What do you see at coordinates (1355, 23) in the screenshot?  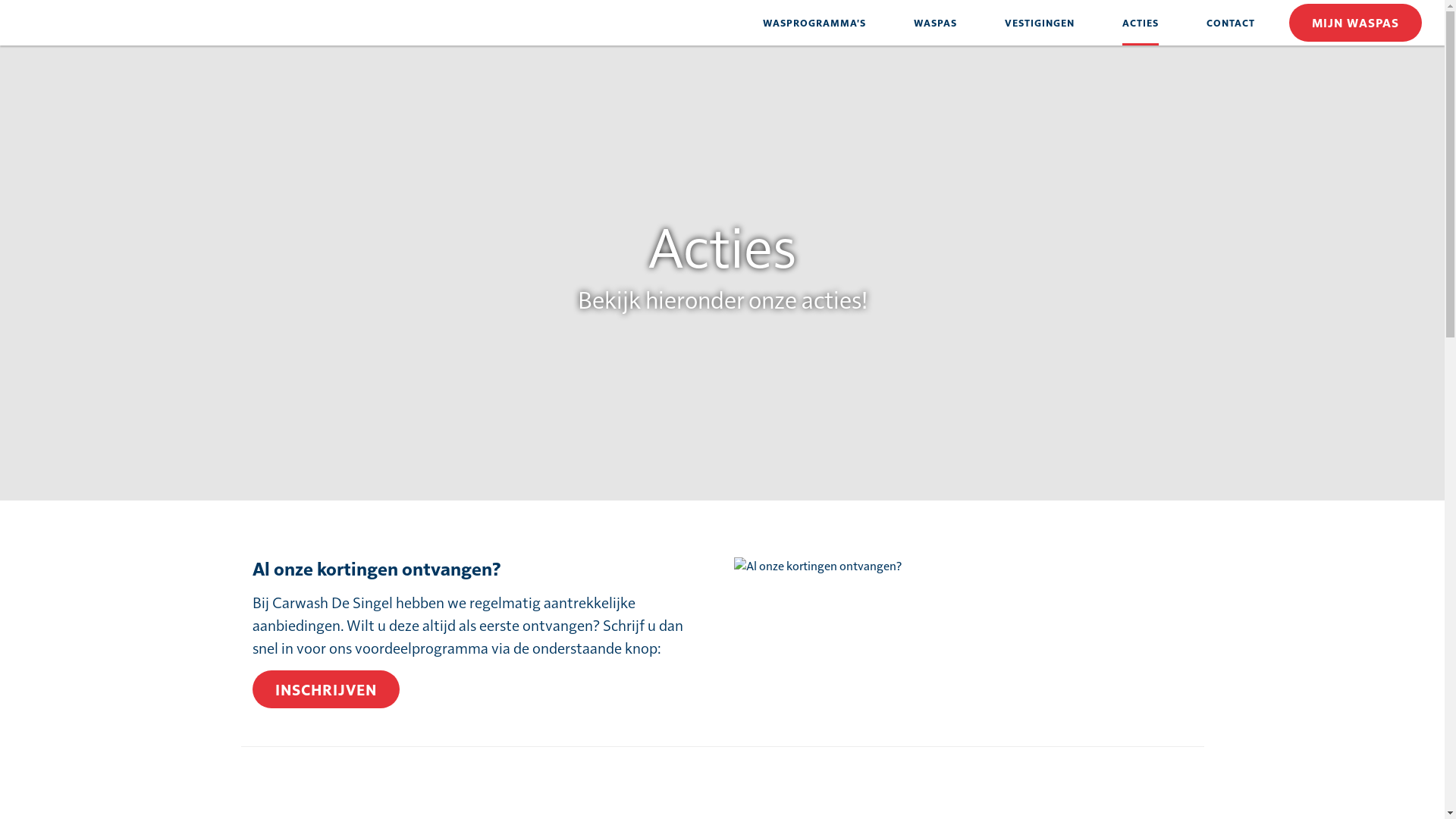 I see `'MIJN WASPAS'` at bounding box center [1355, 23].